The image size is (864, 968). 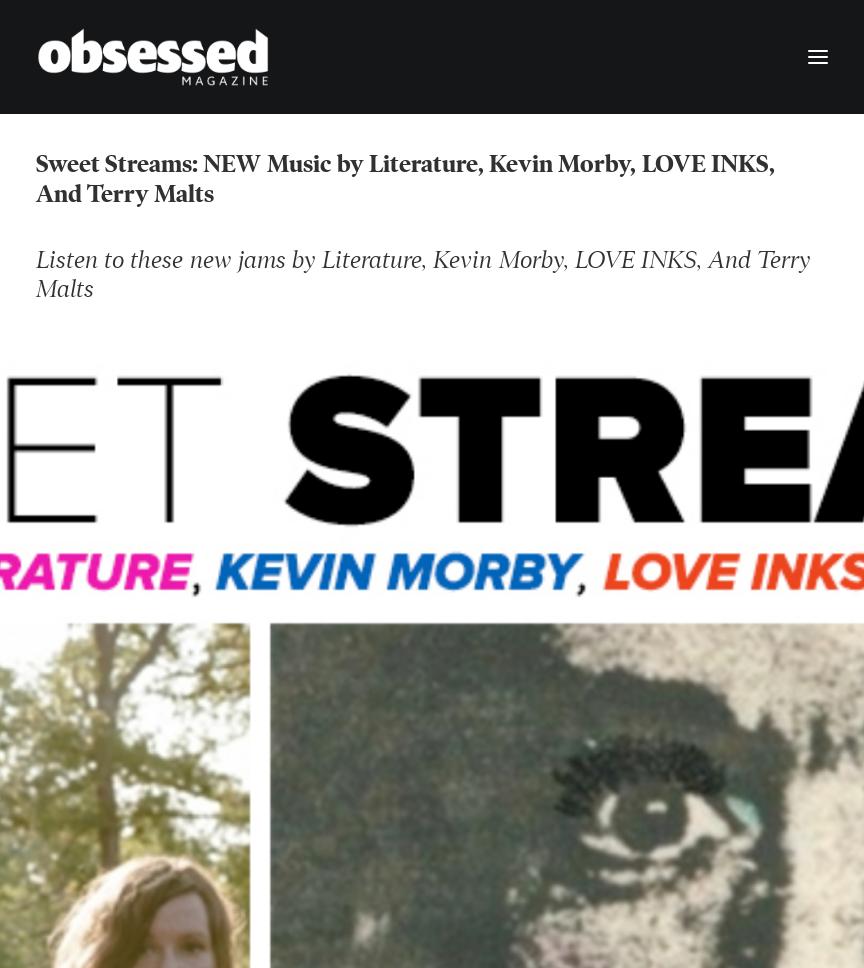 I want to click on 'Listen', so click(x=66, y=263).